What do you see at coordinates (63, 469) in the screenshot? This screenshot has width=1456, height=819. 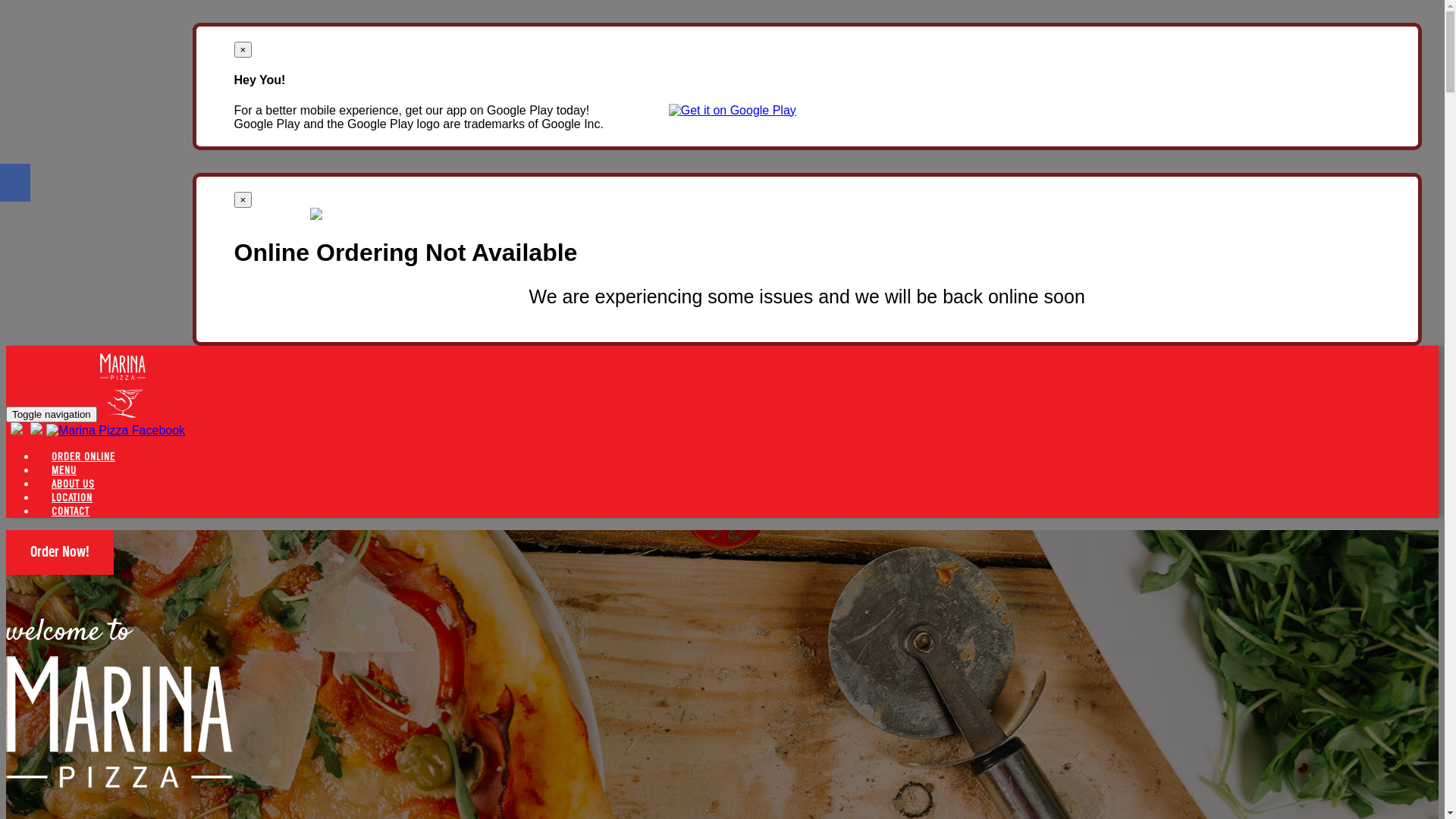 I see `'MENU'` at bounding box center [63, 469].